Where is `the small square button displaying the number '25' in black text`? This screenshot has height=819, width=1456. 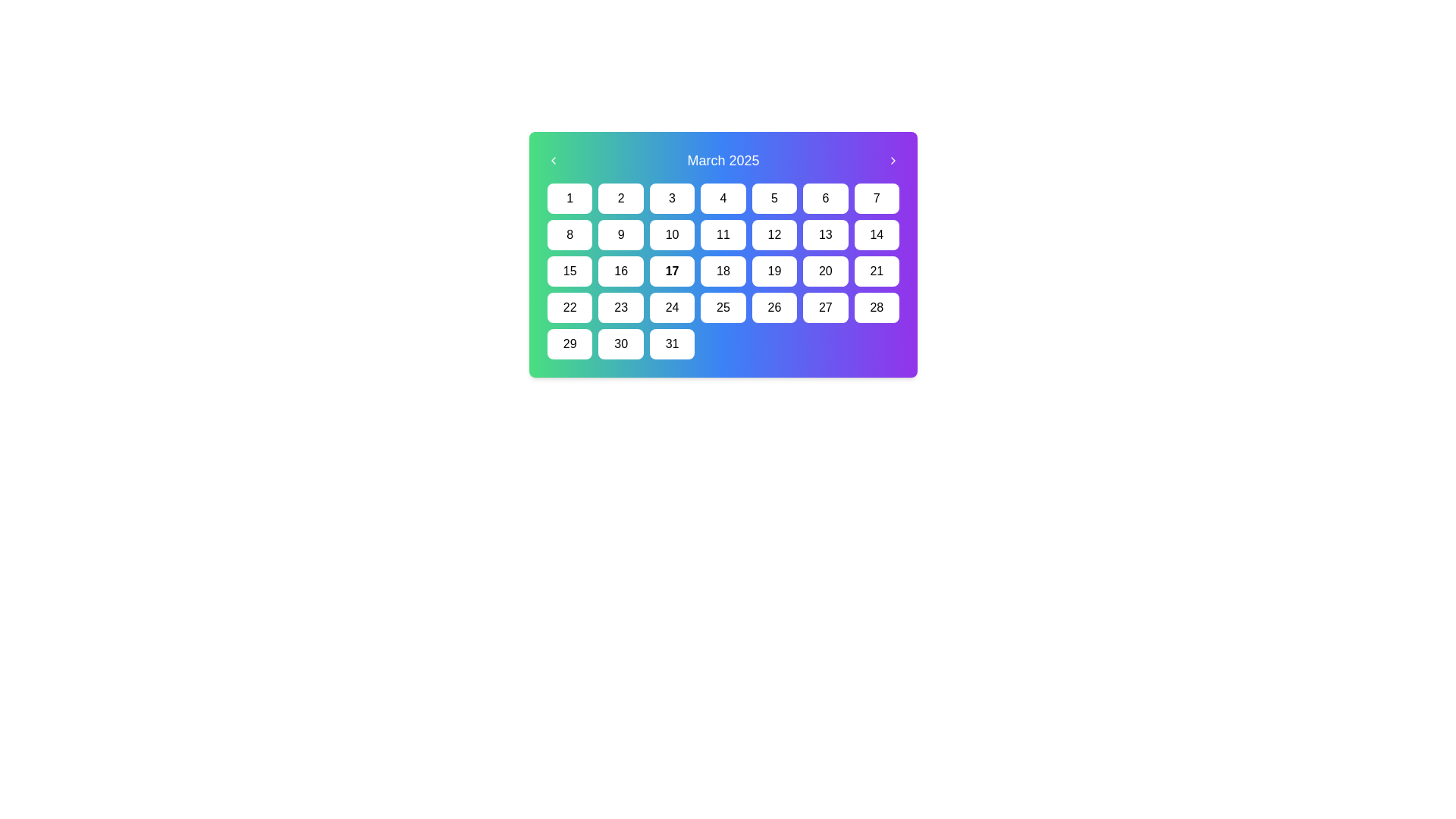
the small square button displaying the number '25' in black text is located at coordinates (723, 307).